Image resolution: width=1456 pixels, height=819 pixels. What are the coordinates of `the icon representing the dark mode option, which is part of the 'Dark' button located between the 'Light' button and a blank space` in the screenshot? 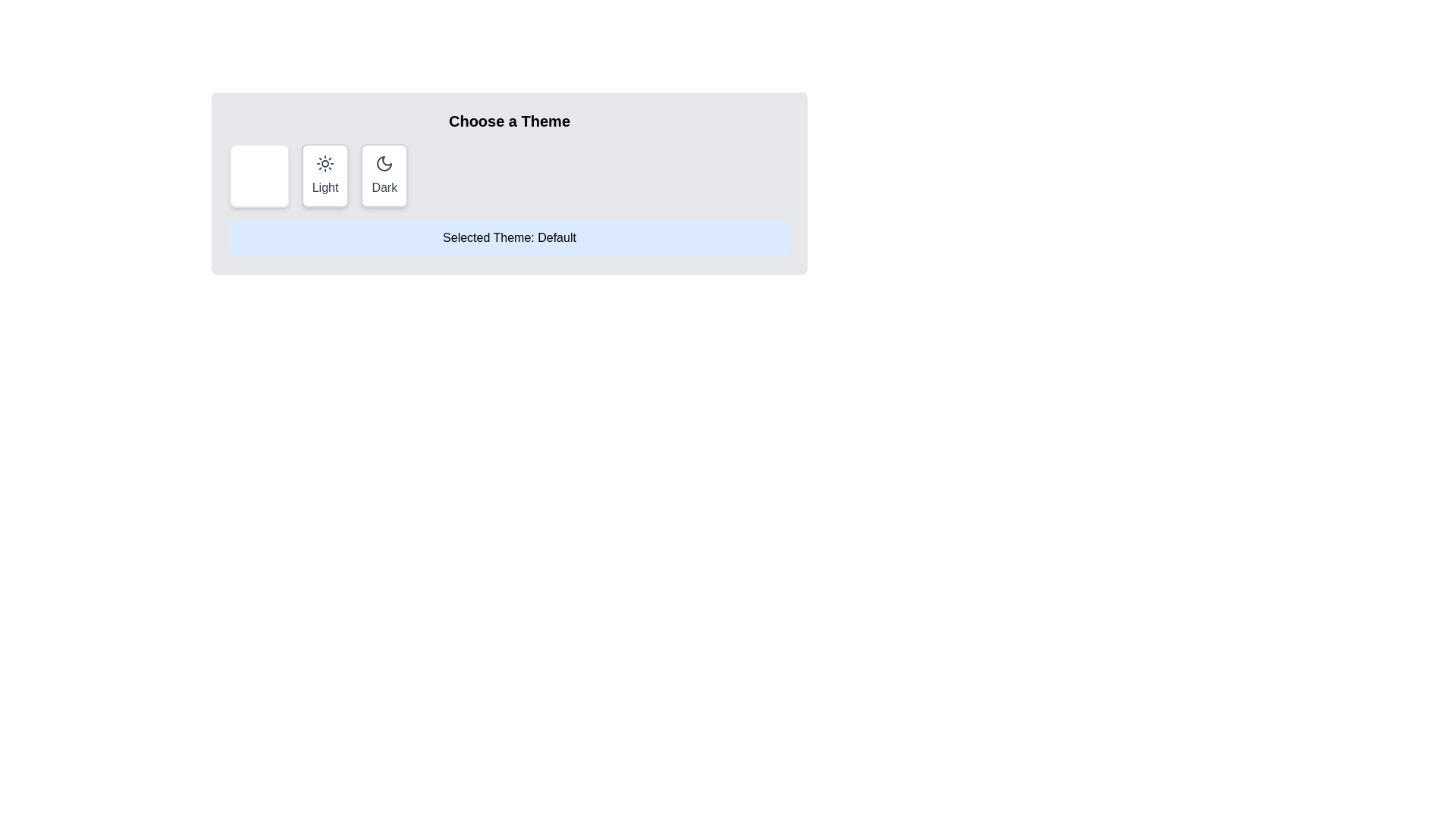 It's located at (384, 164).